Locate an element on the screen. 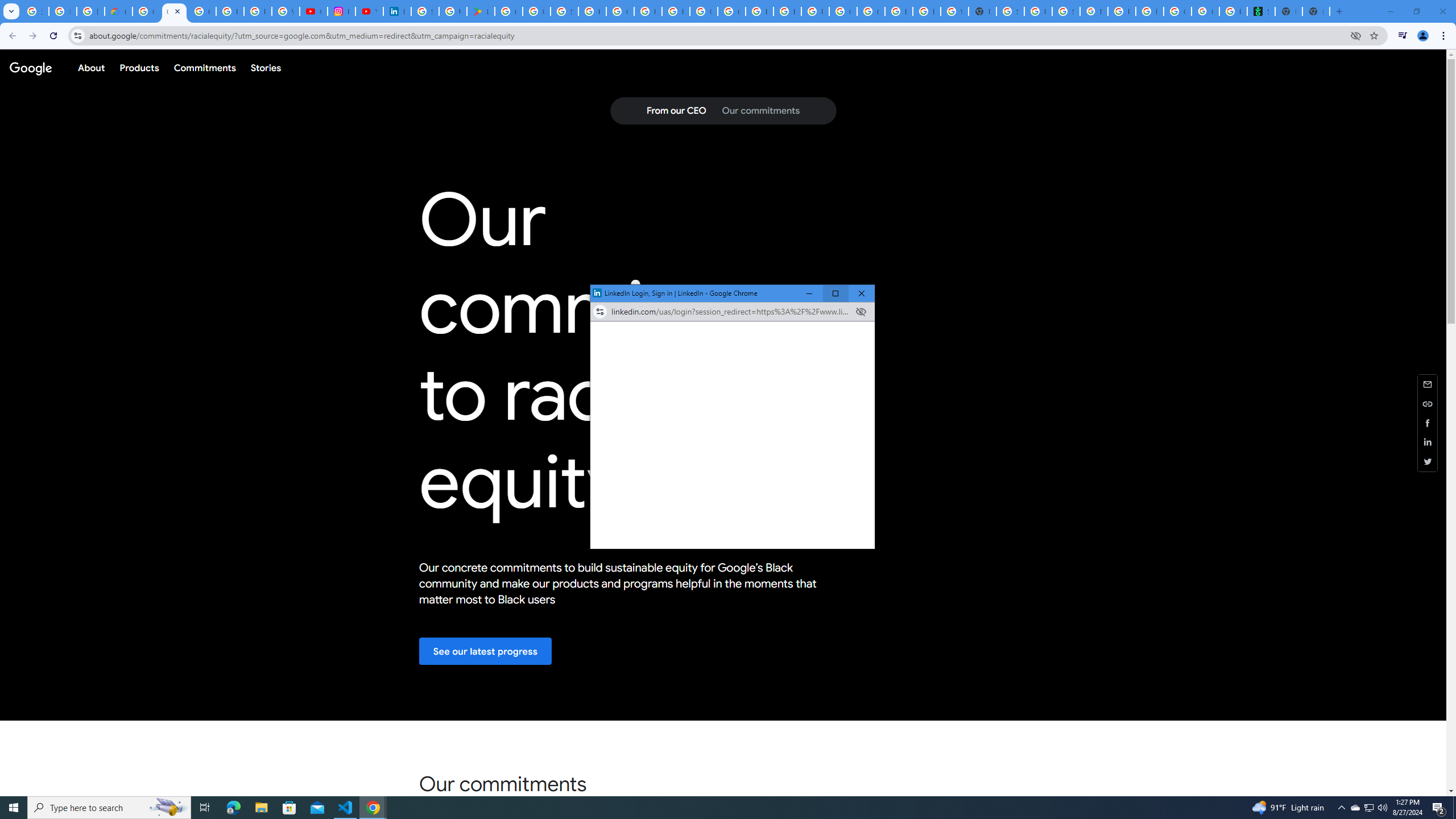  'Stories' is located at coordinates (265, 67).